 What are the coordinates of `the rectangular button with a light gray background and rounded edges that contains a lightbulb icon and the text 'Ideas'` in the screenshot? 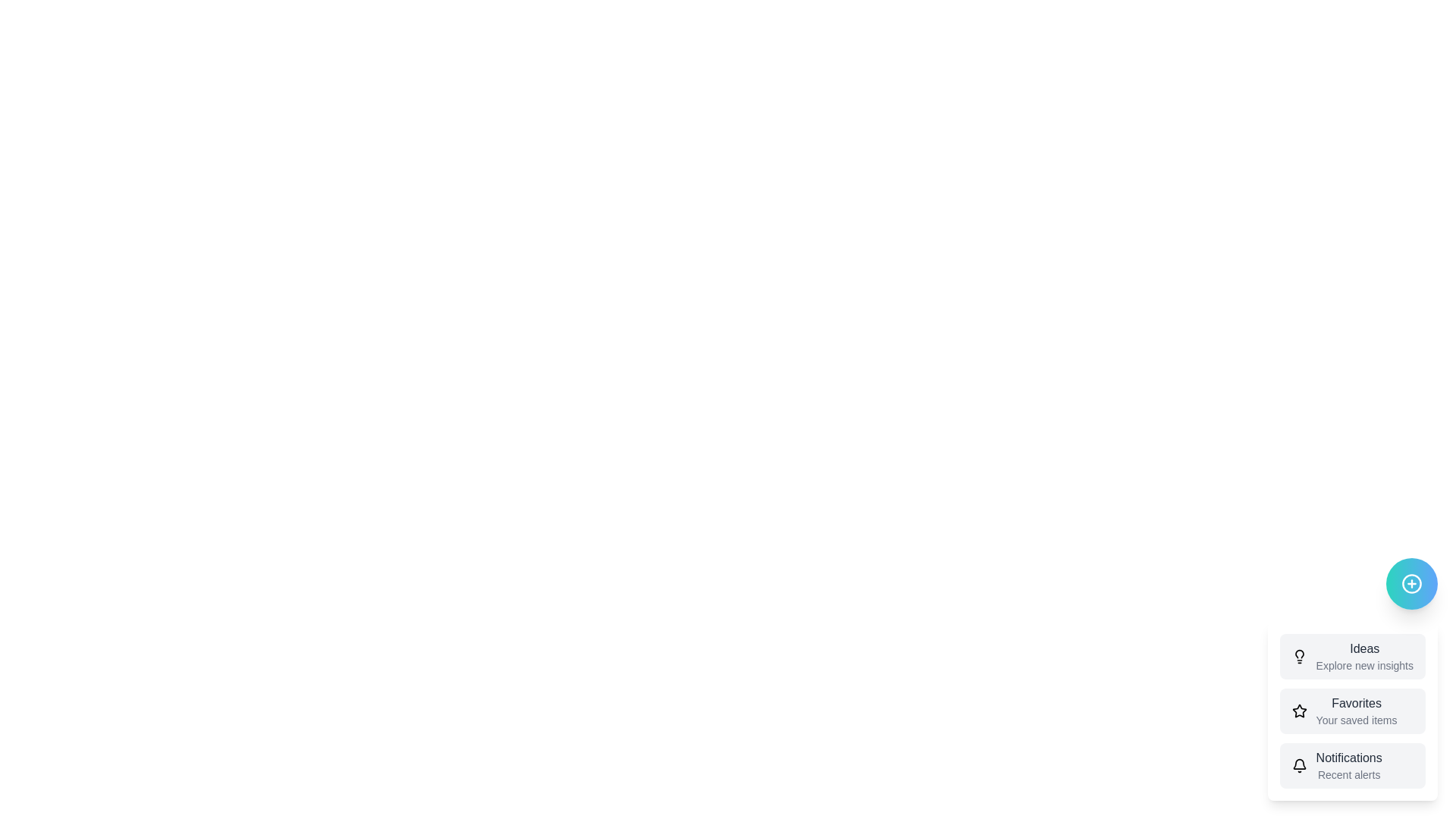 It's located at (1352, 656).